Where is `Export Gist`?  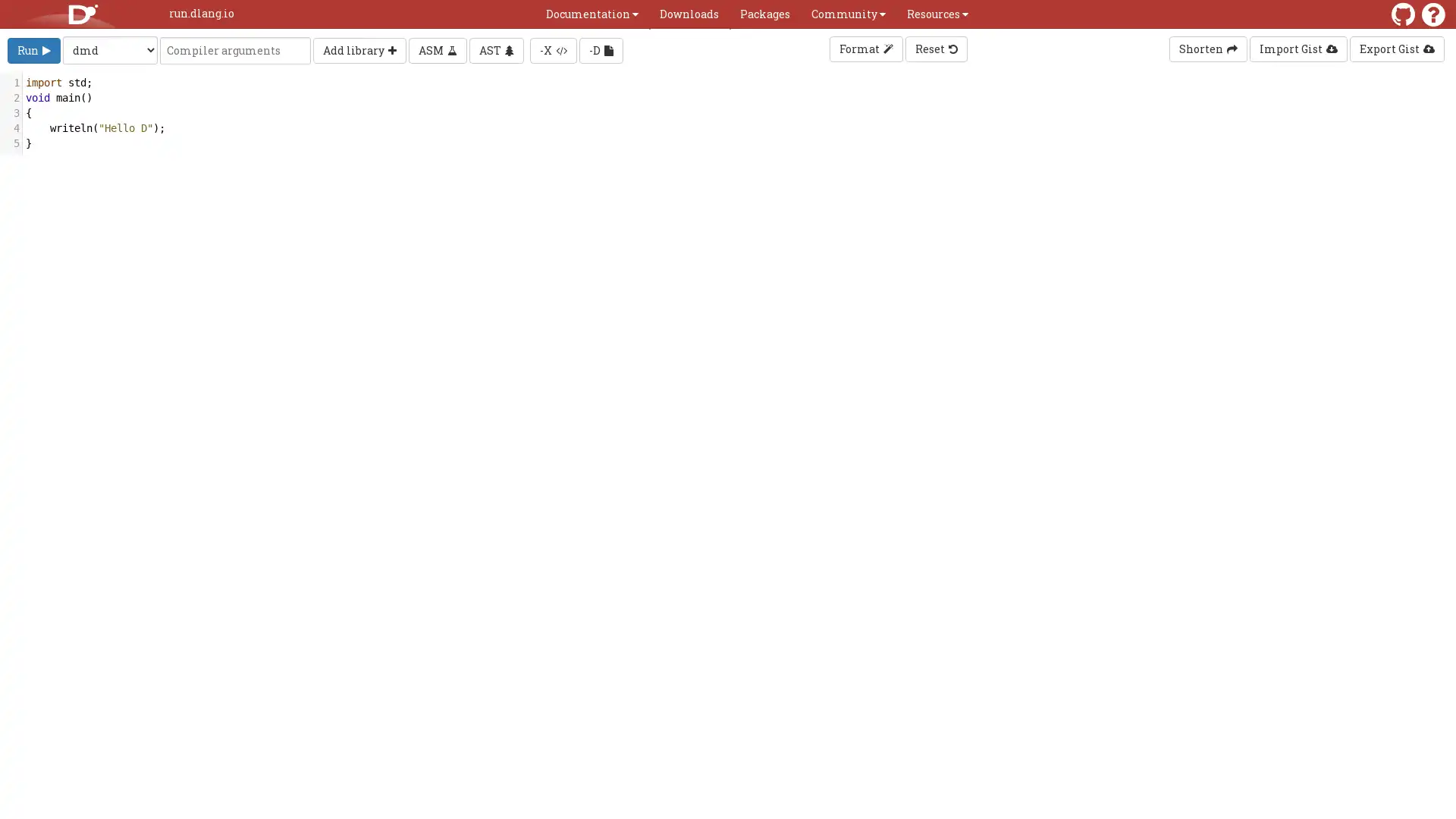
Export Gist is located at coordinates (1396, 49).